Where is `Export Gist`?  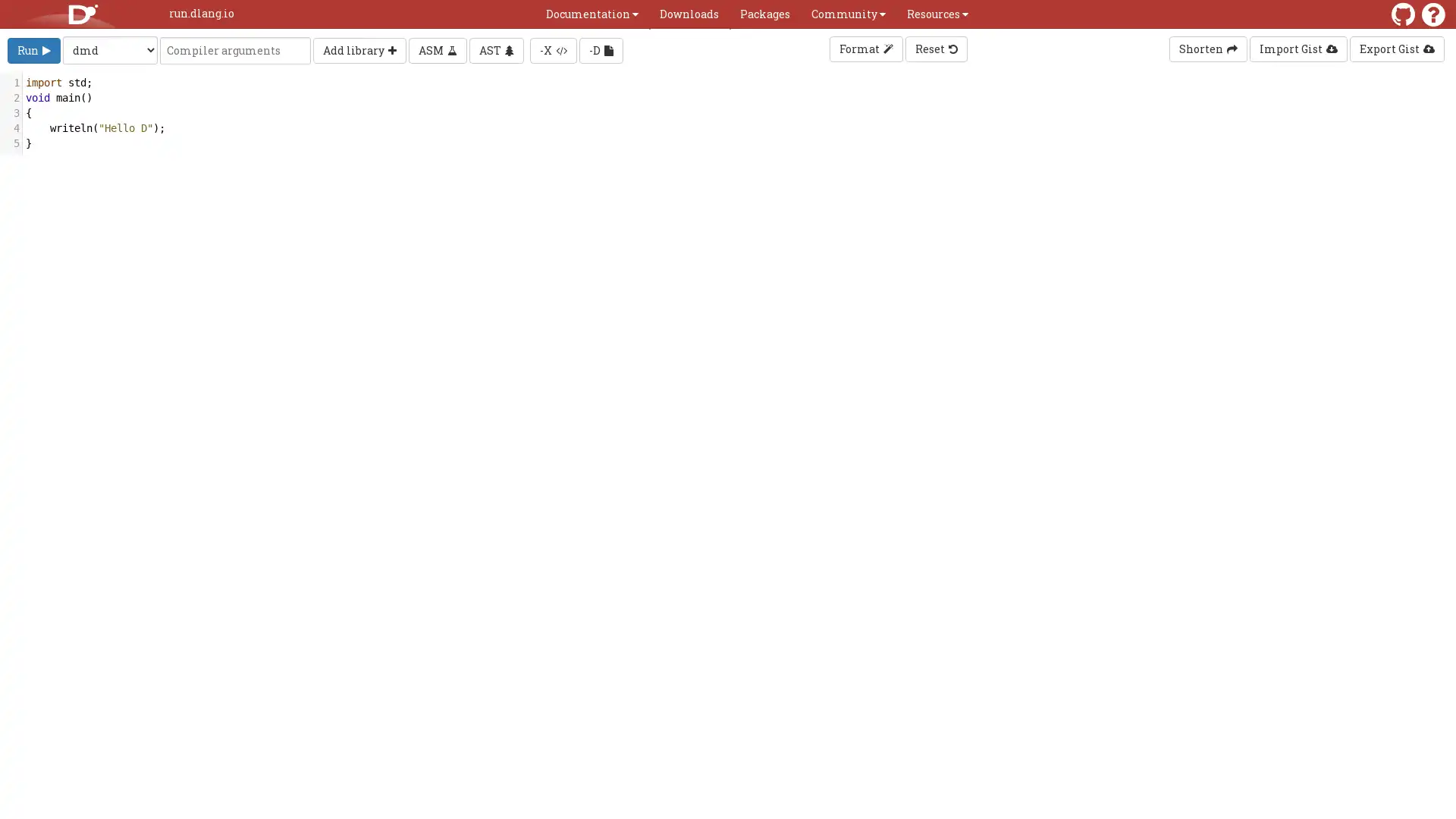
Export Gist is located at coordinates (1396, 49).